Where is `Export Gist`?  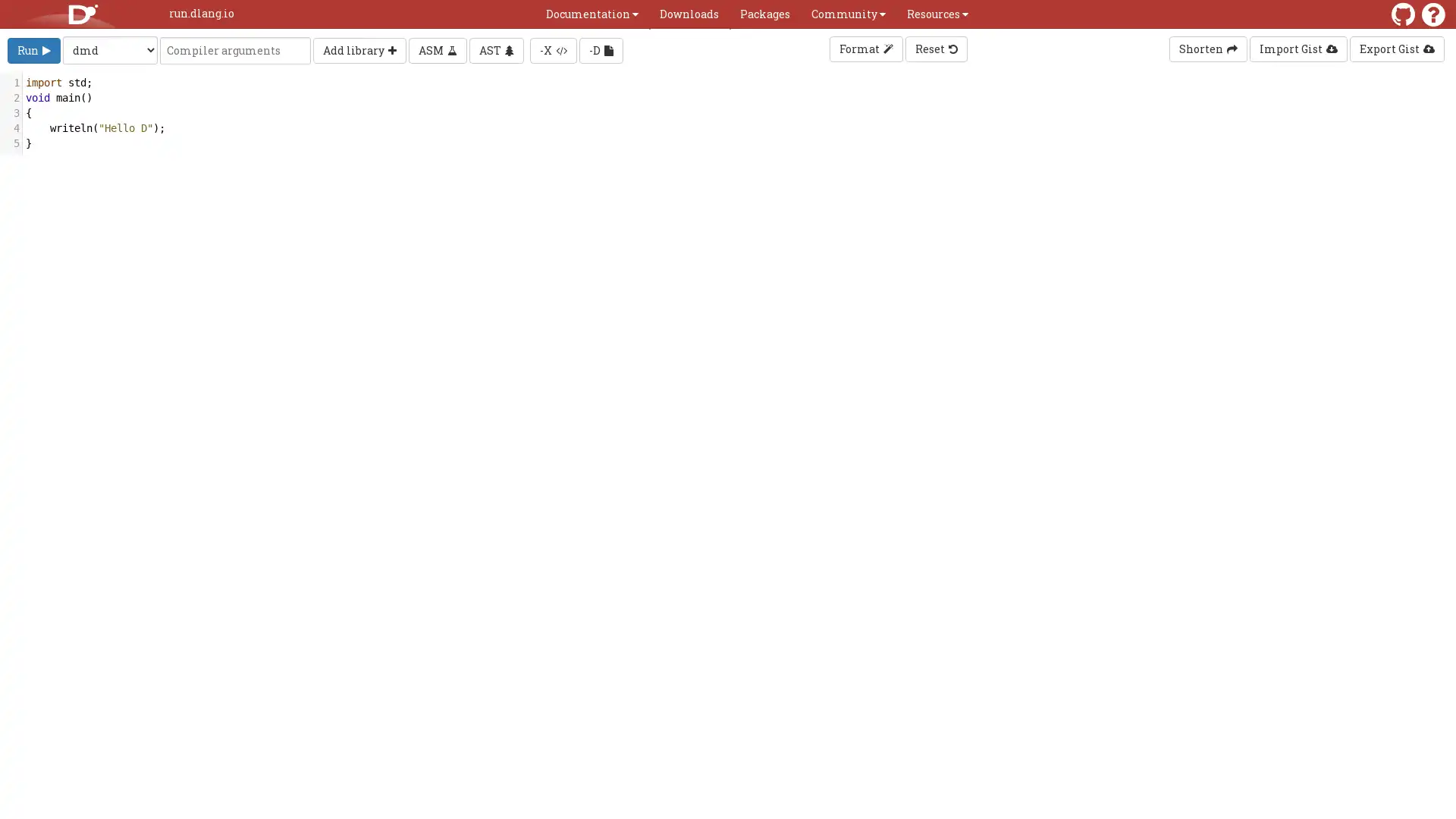
Export Gist is located at coordinates (1396, 49).